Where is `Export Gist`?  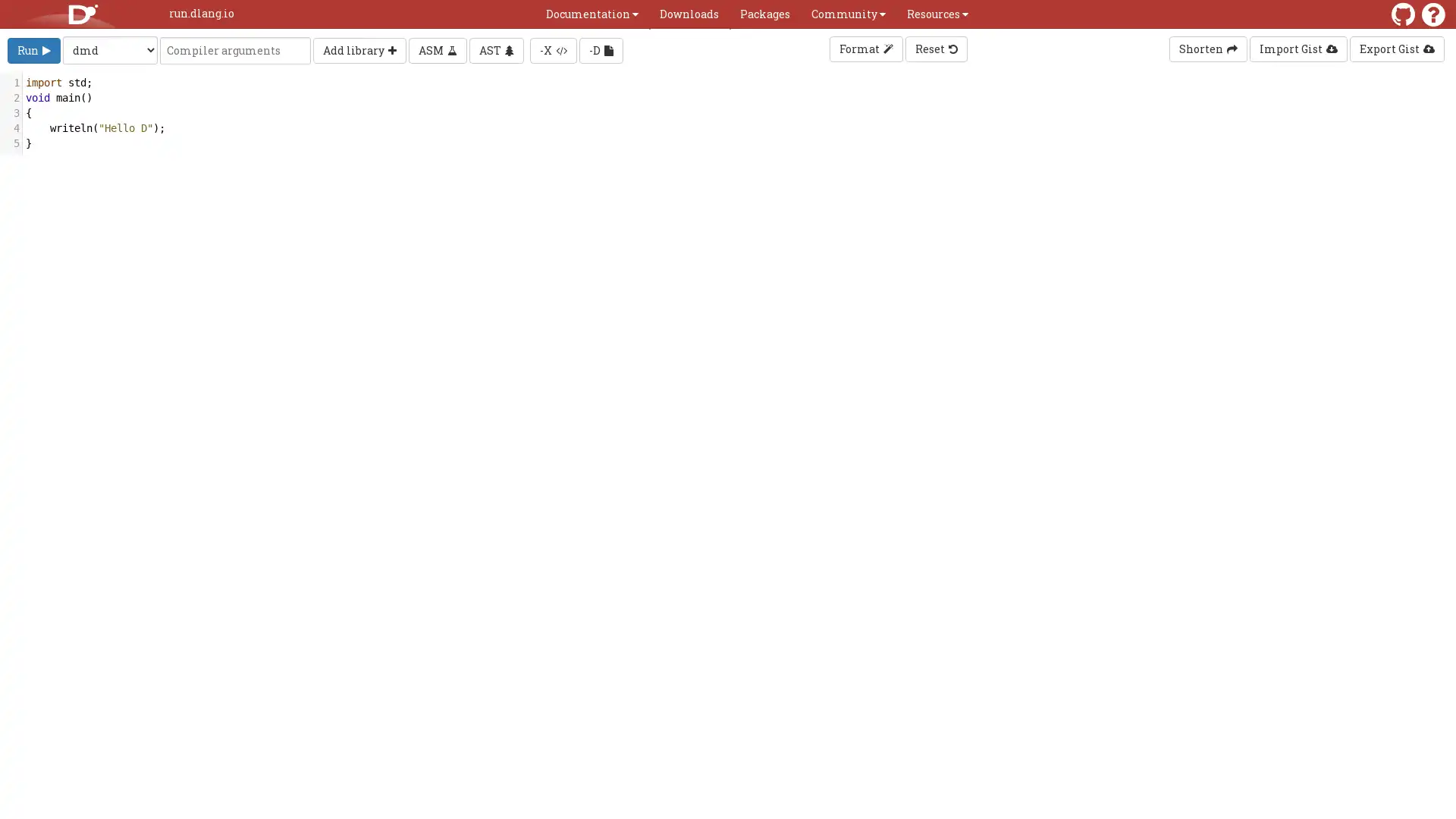
Export Gist is located at coordinates (1396, 49).